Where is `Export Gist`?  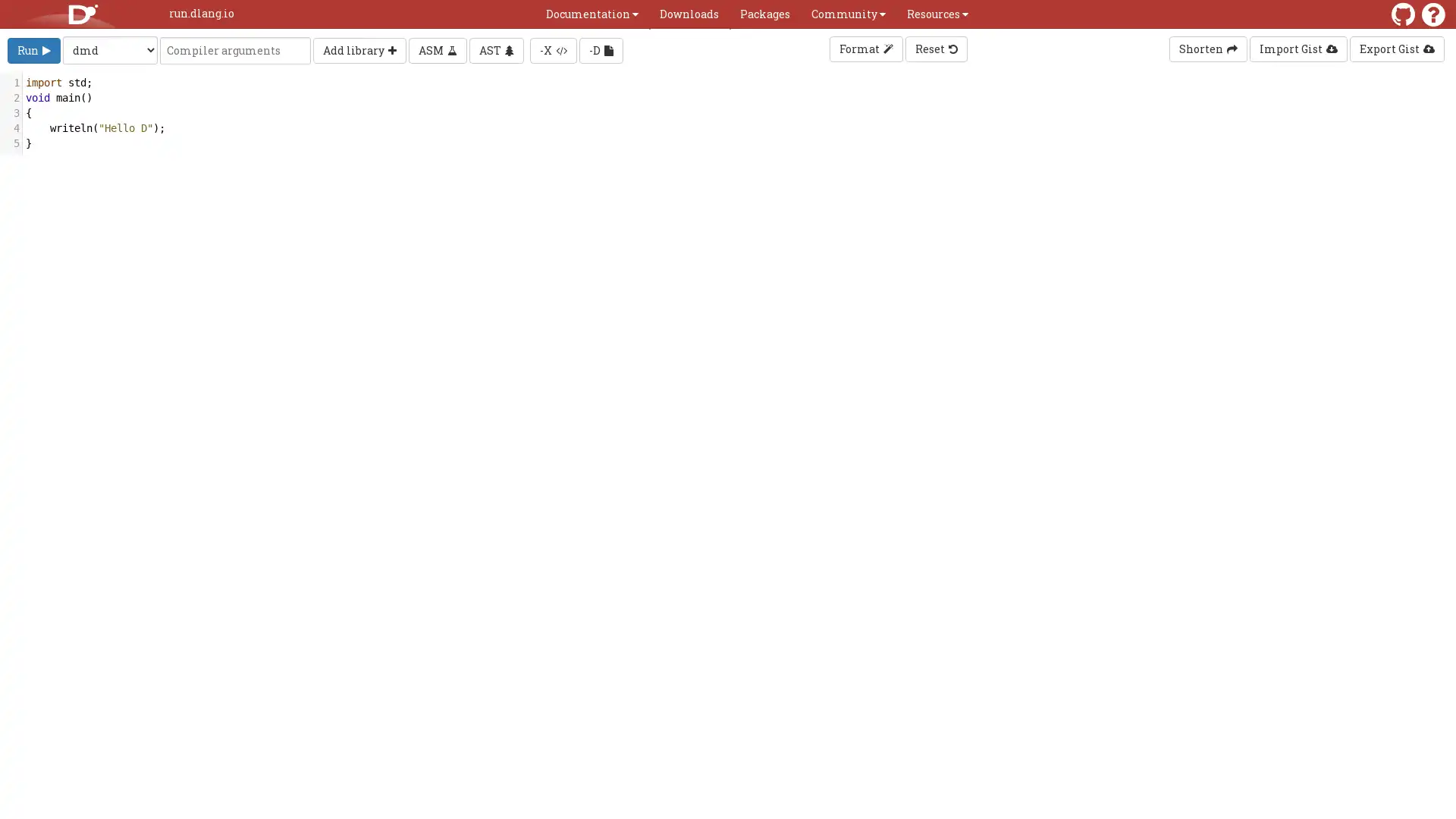
Export Gist is located at coordinates (1396, 49).